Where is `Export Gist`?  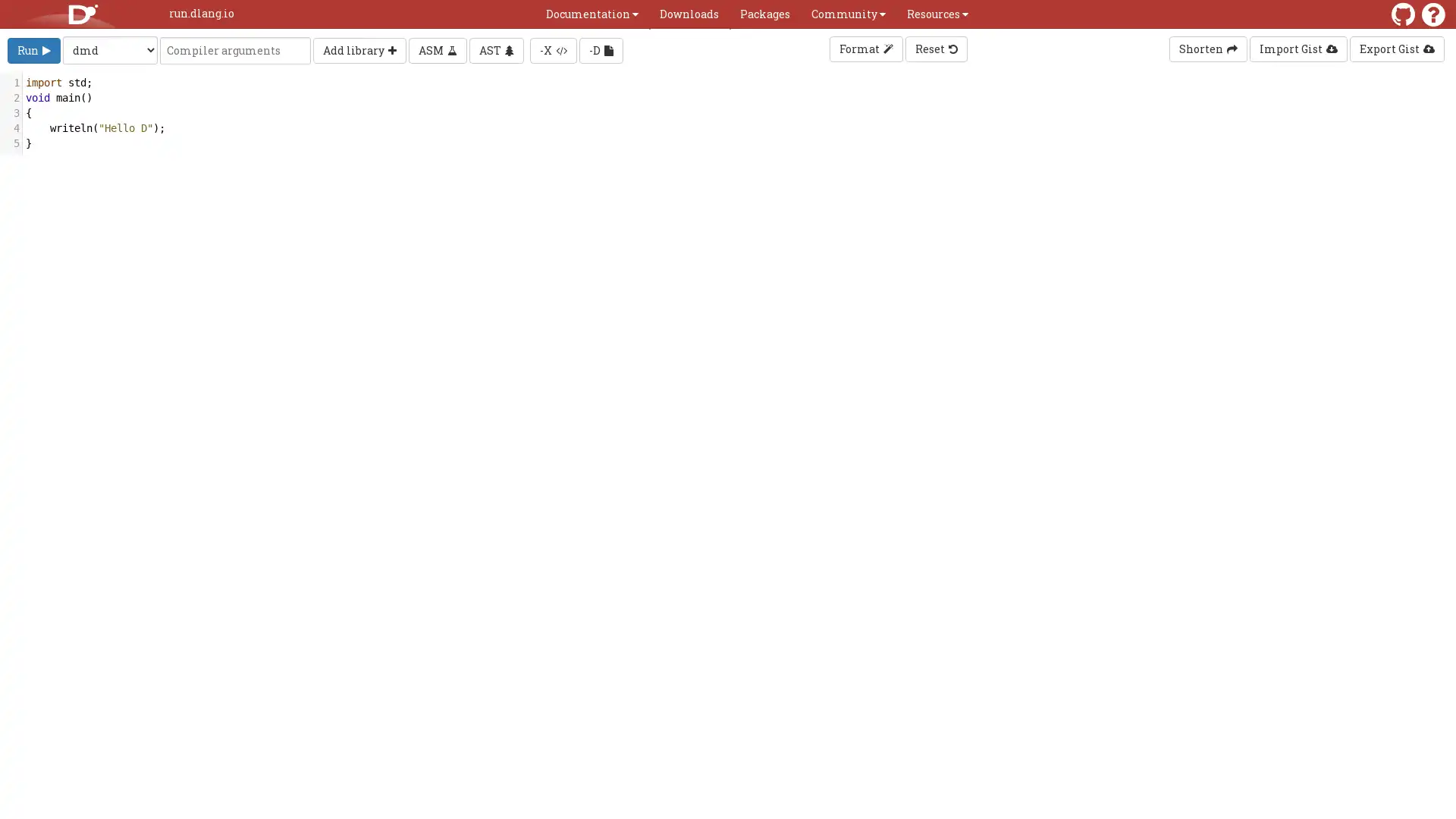
Export Gist is located at coordinates (1396, 49).